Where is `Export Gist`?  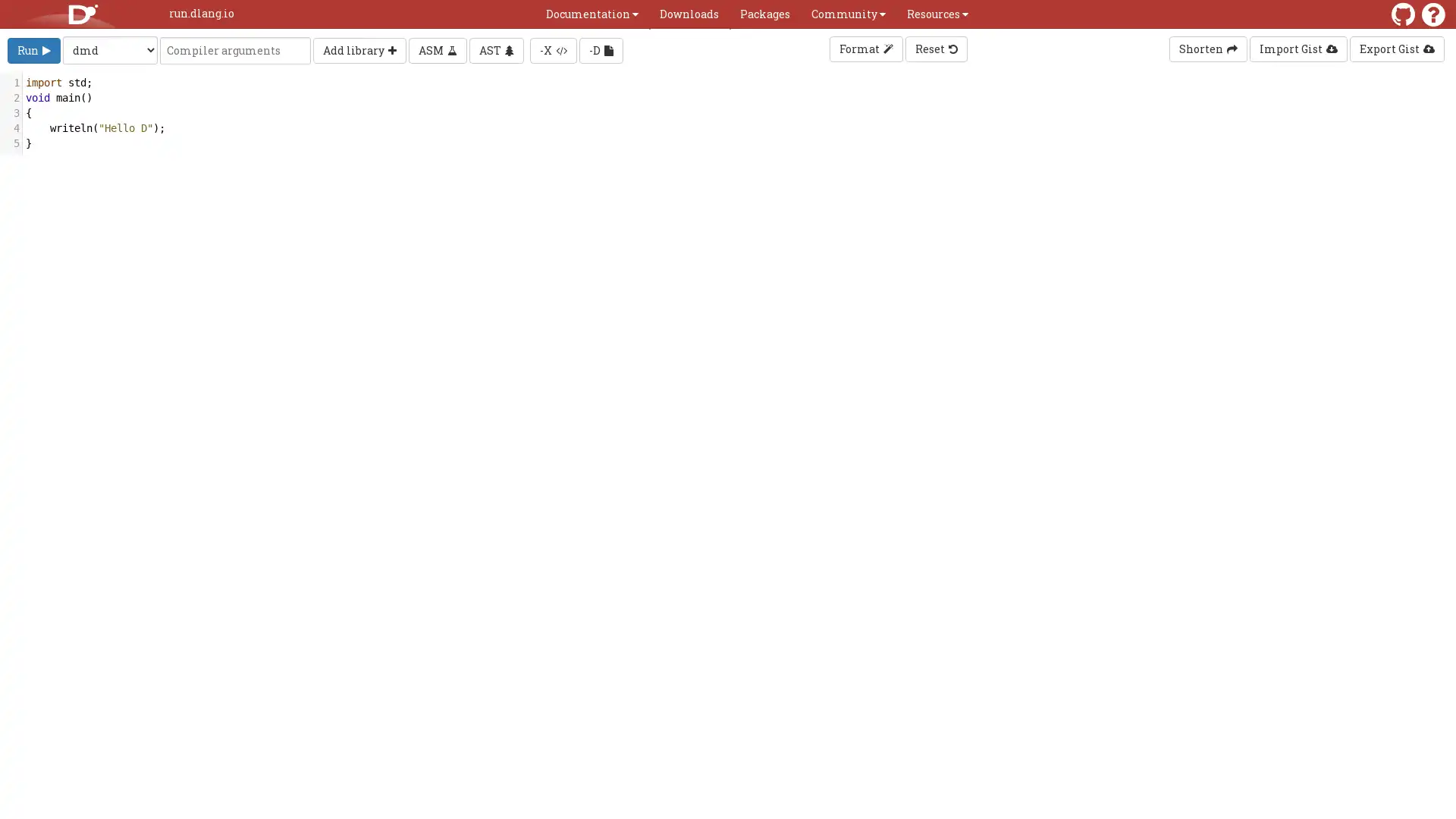
Export Gist is located at coordinates (1396, 49).